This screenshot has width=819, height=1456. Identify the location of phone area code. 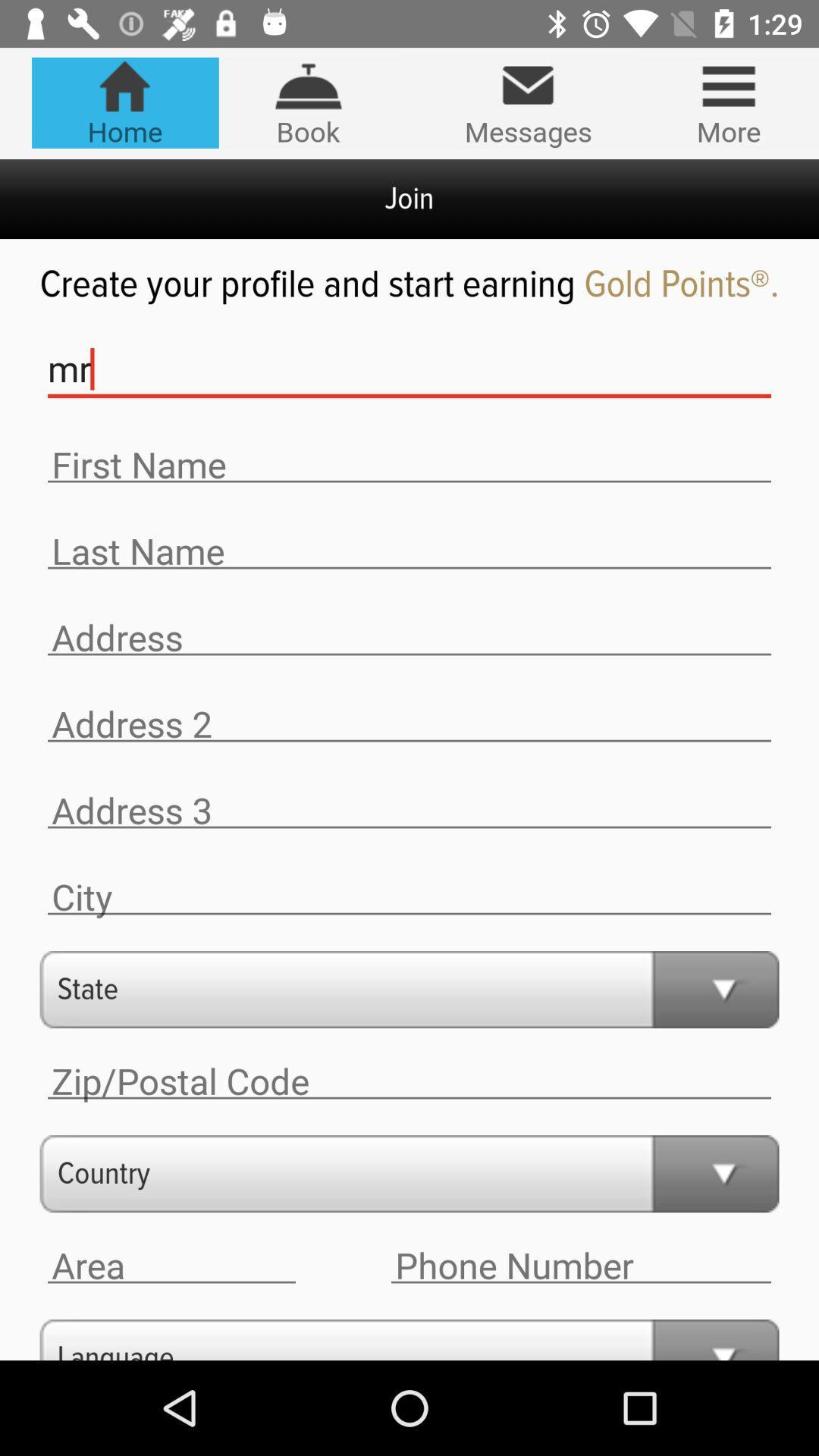
(171, 1266).